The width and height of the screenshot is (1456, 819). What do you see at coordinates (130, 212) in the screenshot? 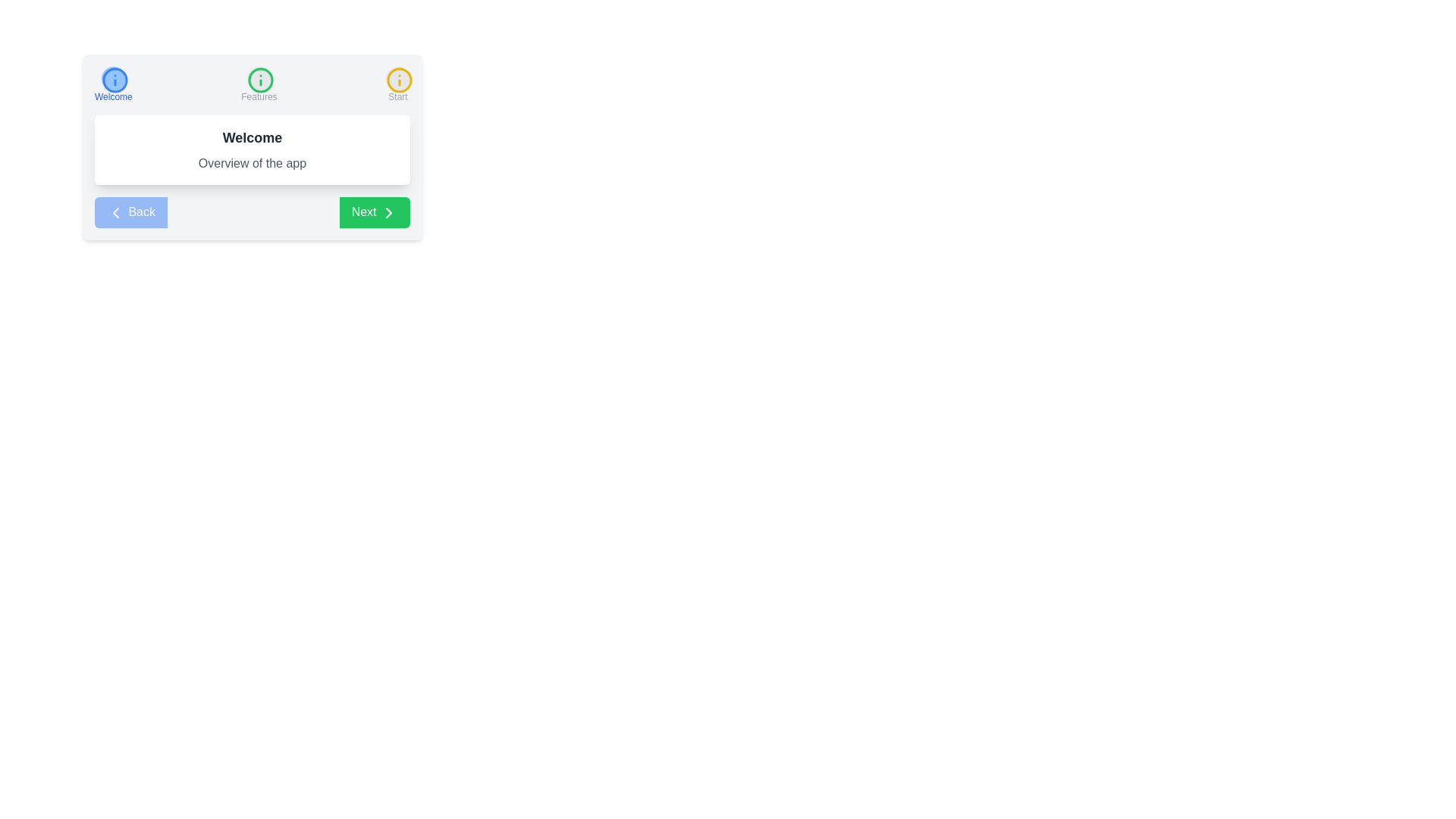
I see `the 'Back' button to observe its behavior` at bounding box center [130, 212].